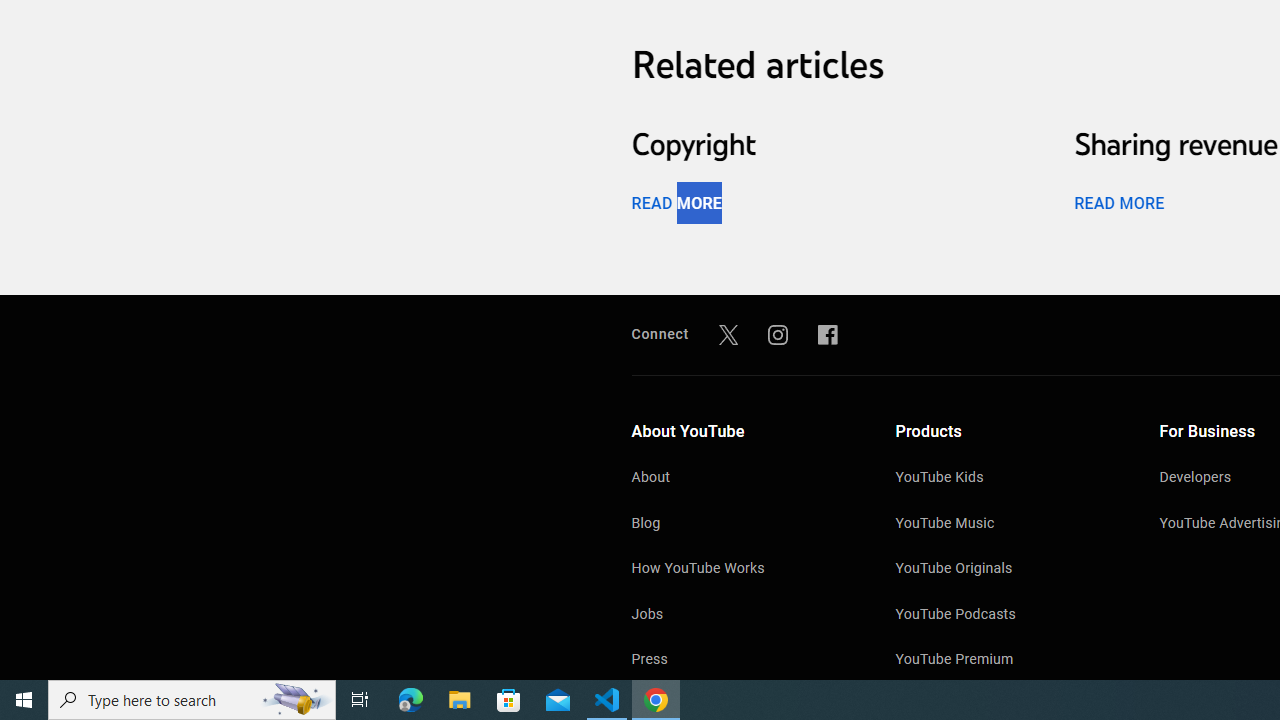 Image resolution: width=1280 pixels, height=720 pixels. I want to click on 'Instagram', so click(777, 333).